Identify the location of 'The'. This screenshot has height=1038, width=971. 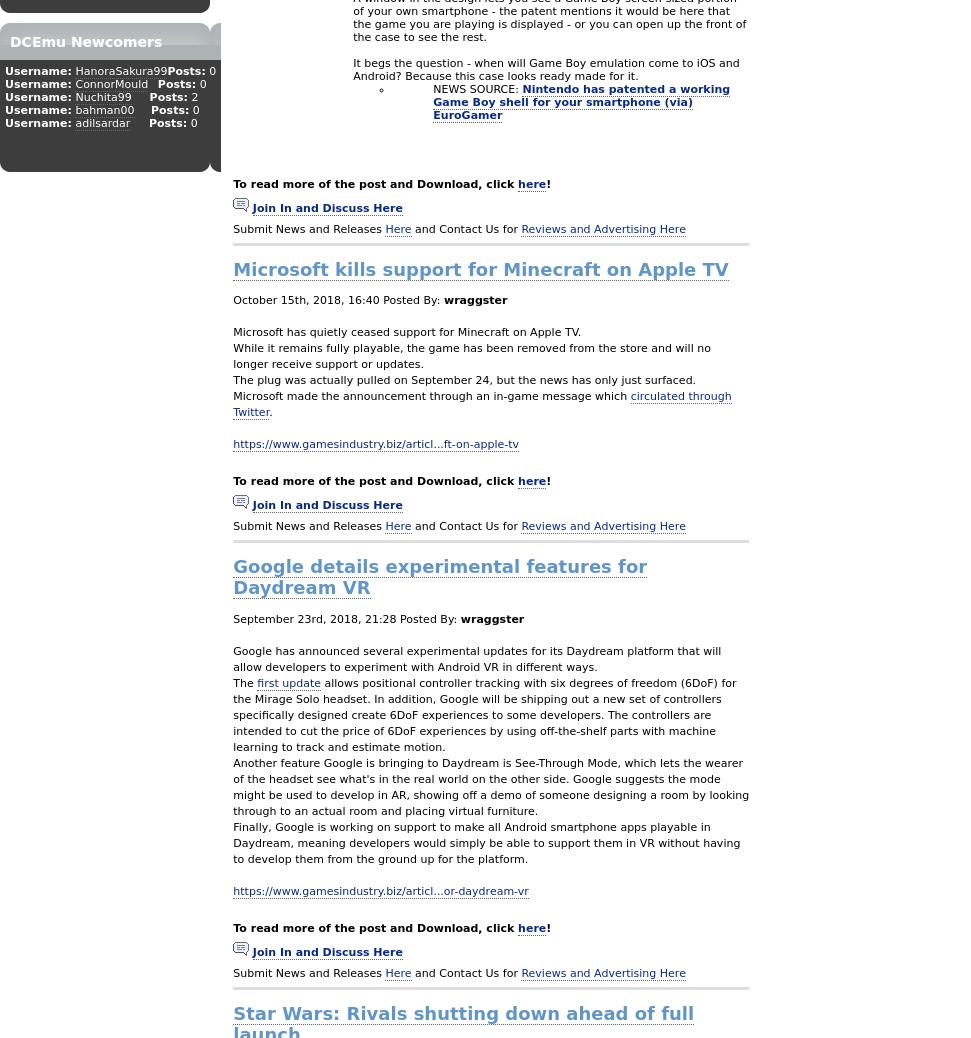
(244, 681).